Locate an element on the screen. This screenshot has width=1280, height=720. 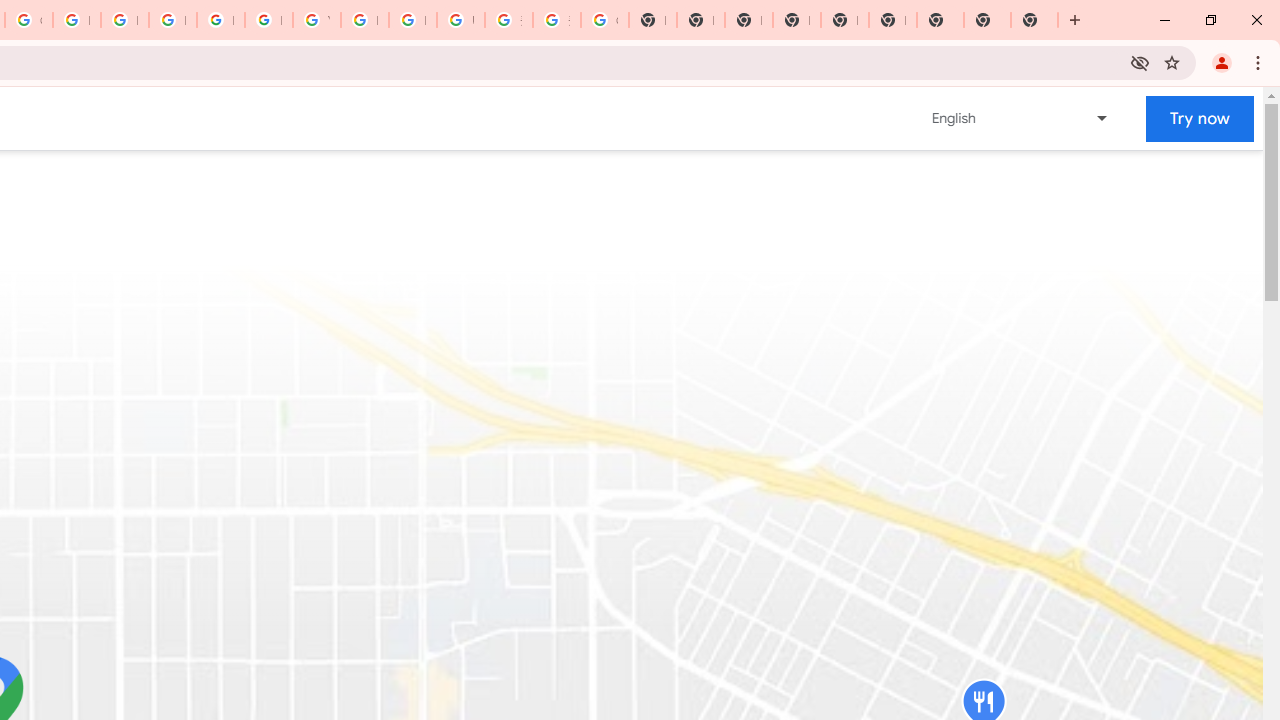
'Privacy Help Center - Policies Help' is located at coordinates (76, 20).